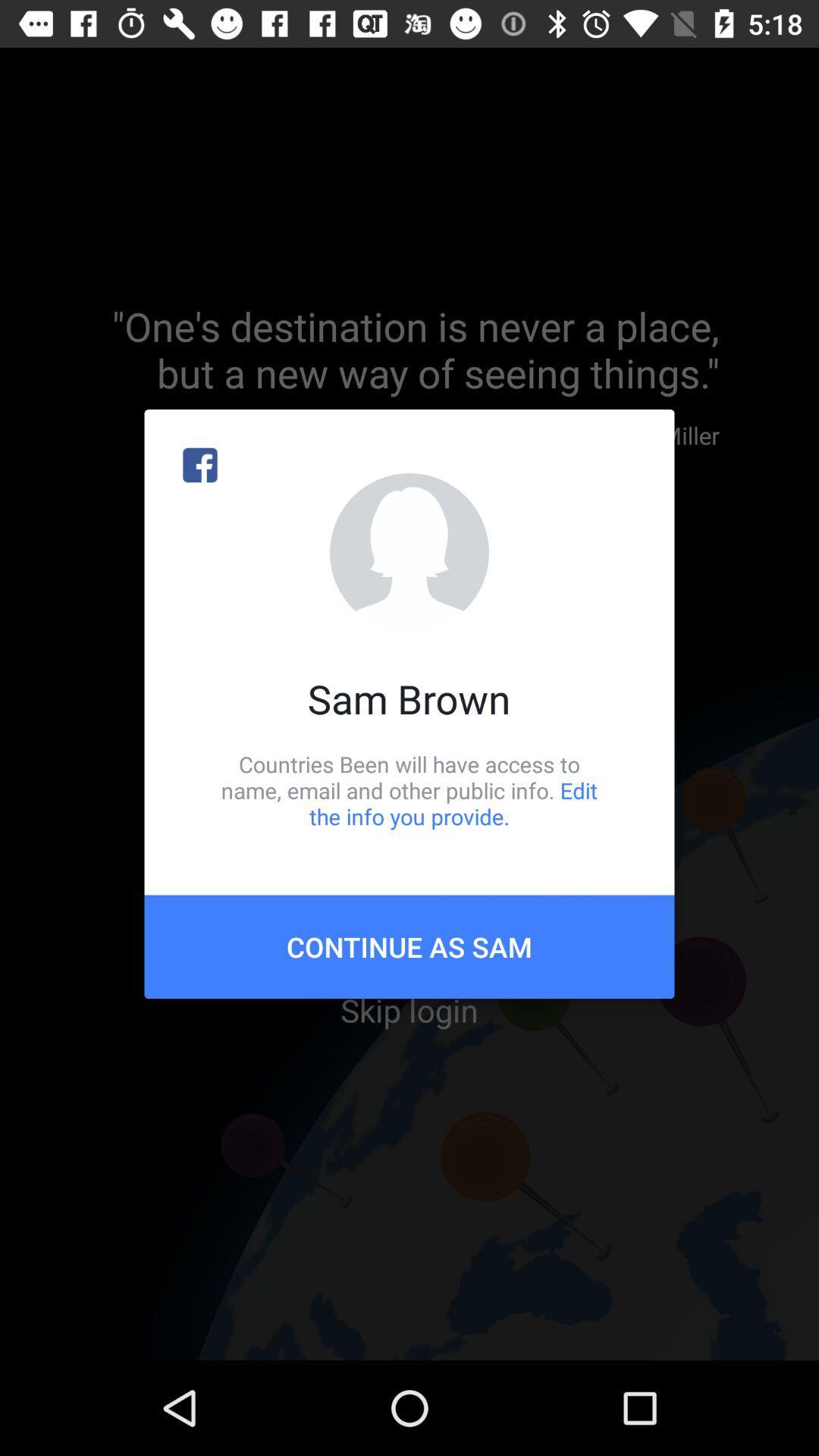  I want to click on icon above continue as sam item, so click(409, 789).